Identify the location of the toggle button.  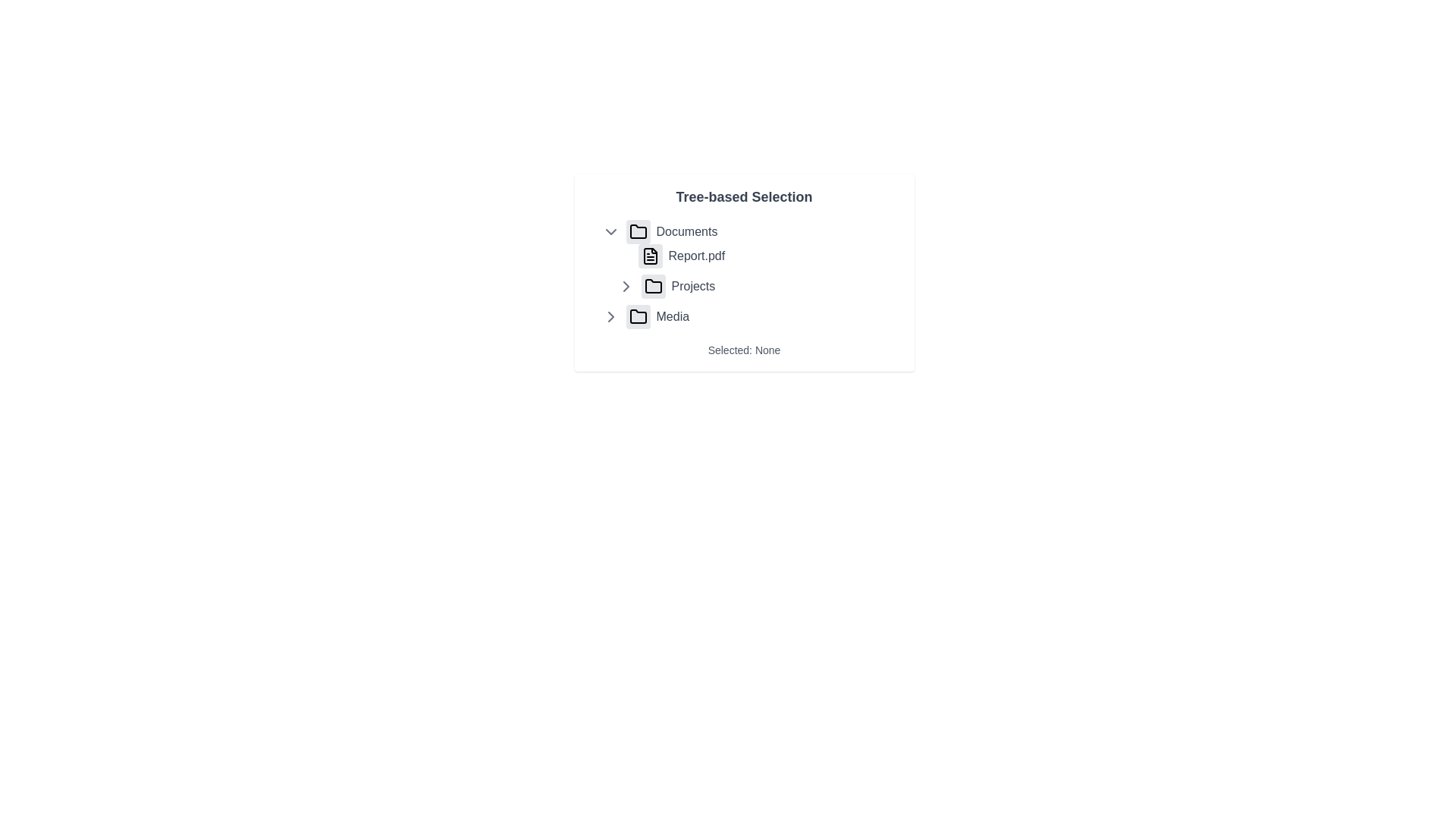
(626, 287).